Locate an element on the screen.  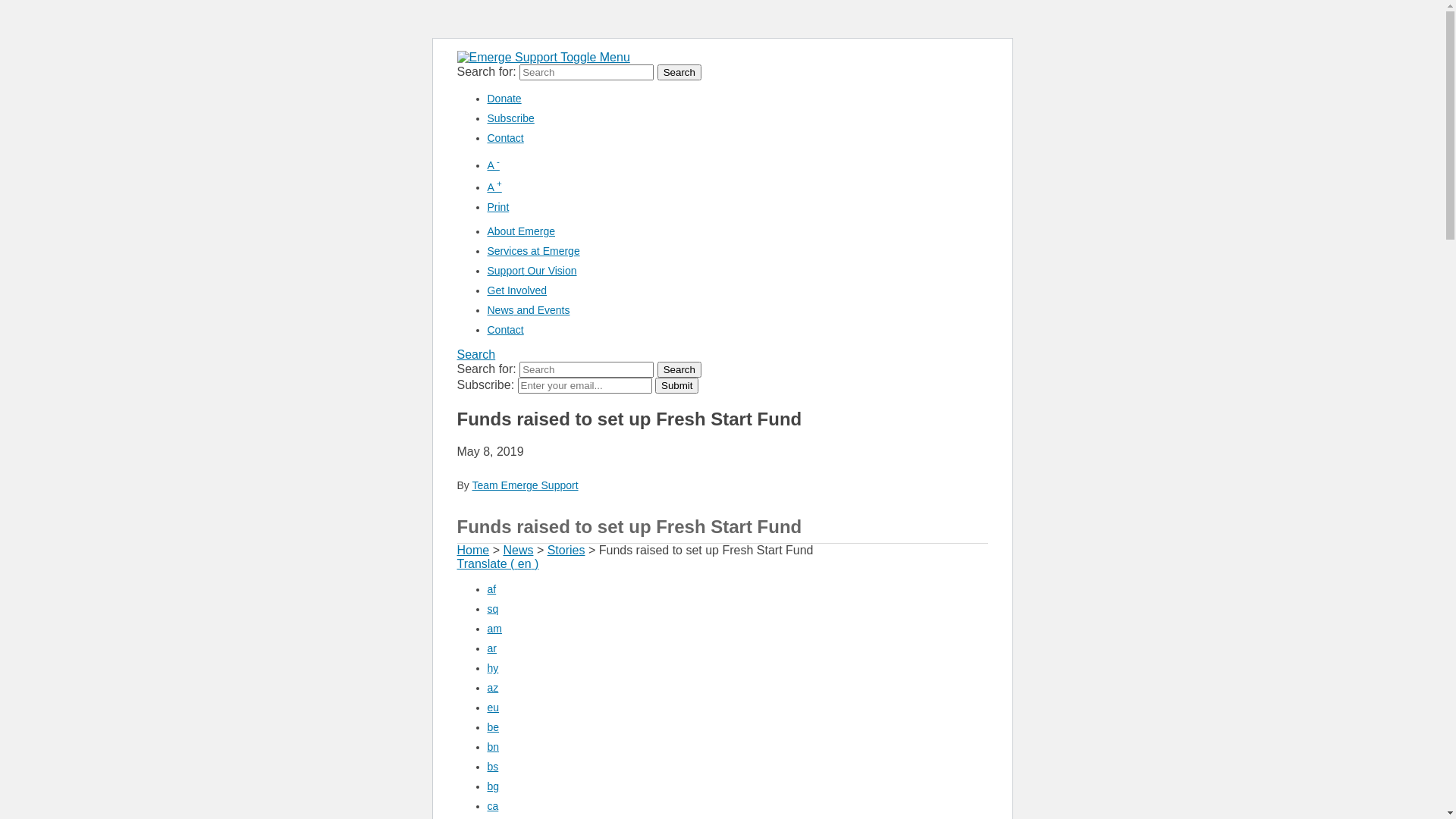
'am' is located at coordinates (494, 629).